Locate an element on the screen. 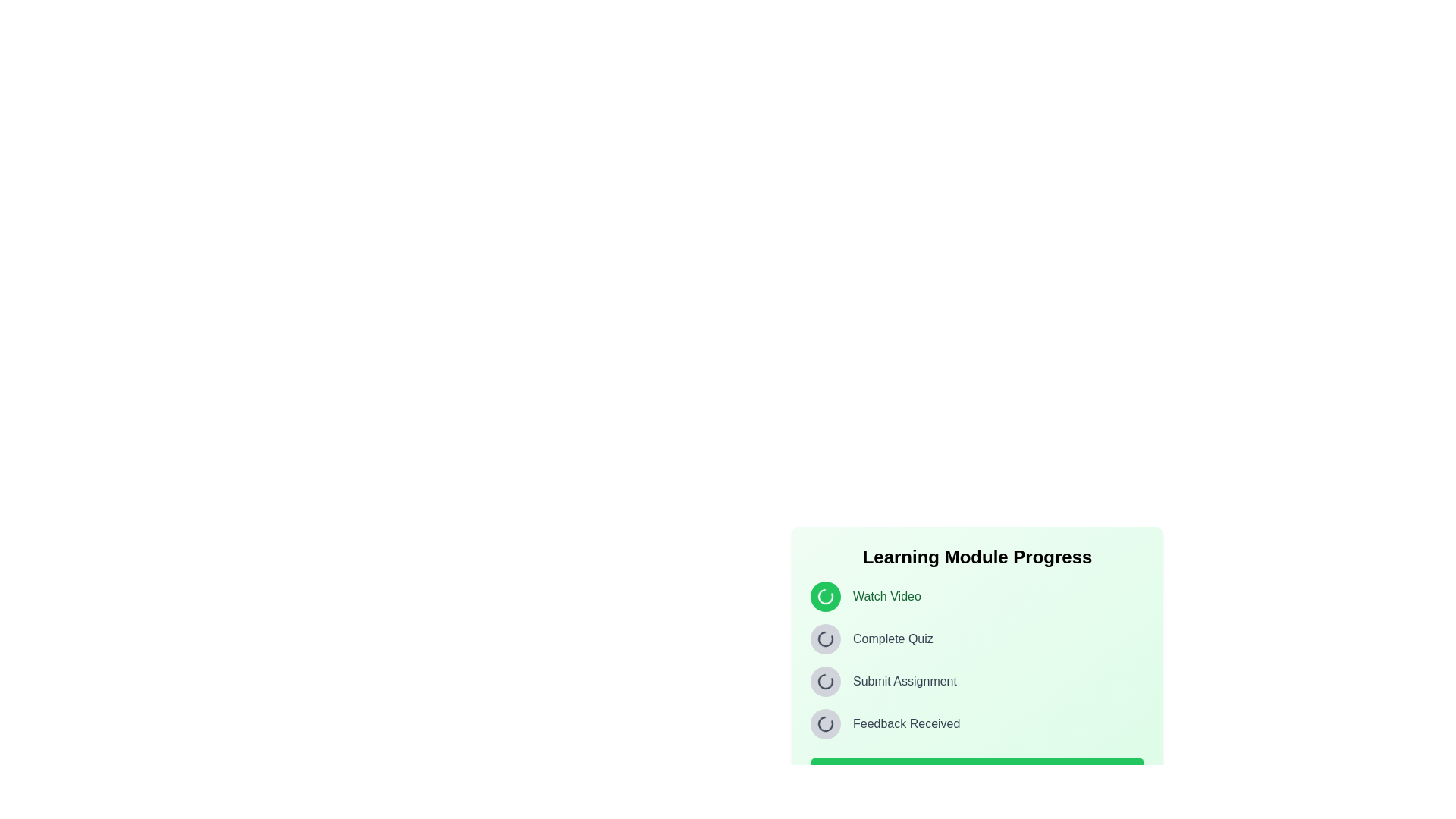  the 'Submit Assignment' progress step in the Information Indicator is located at coordinates (977, 680).